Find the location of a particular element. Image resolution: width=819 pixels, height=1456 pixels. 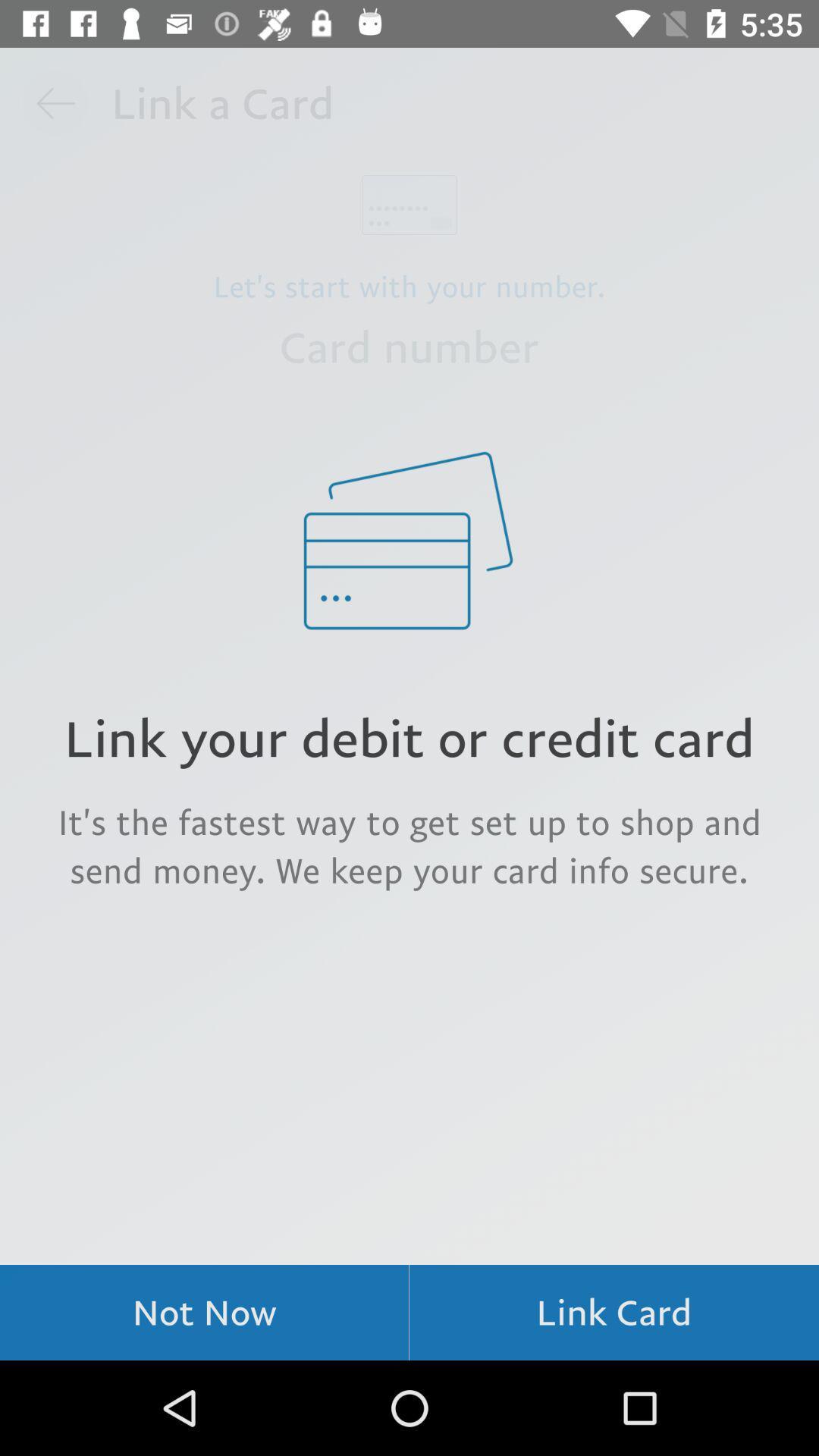

item at the bottom left corner is located at coordinates (203, 1312).